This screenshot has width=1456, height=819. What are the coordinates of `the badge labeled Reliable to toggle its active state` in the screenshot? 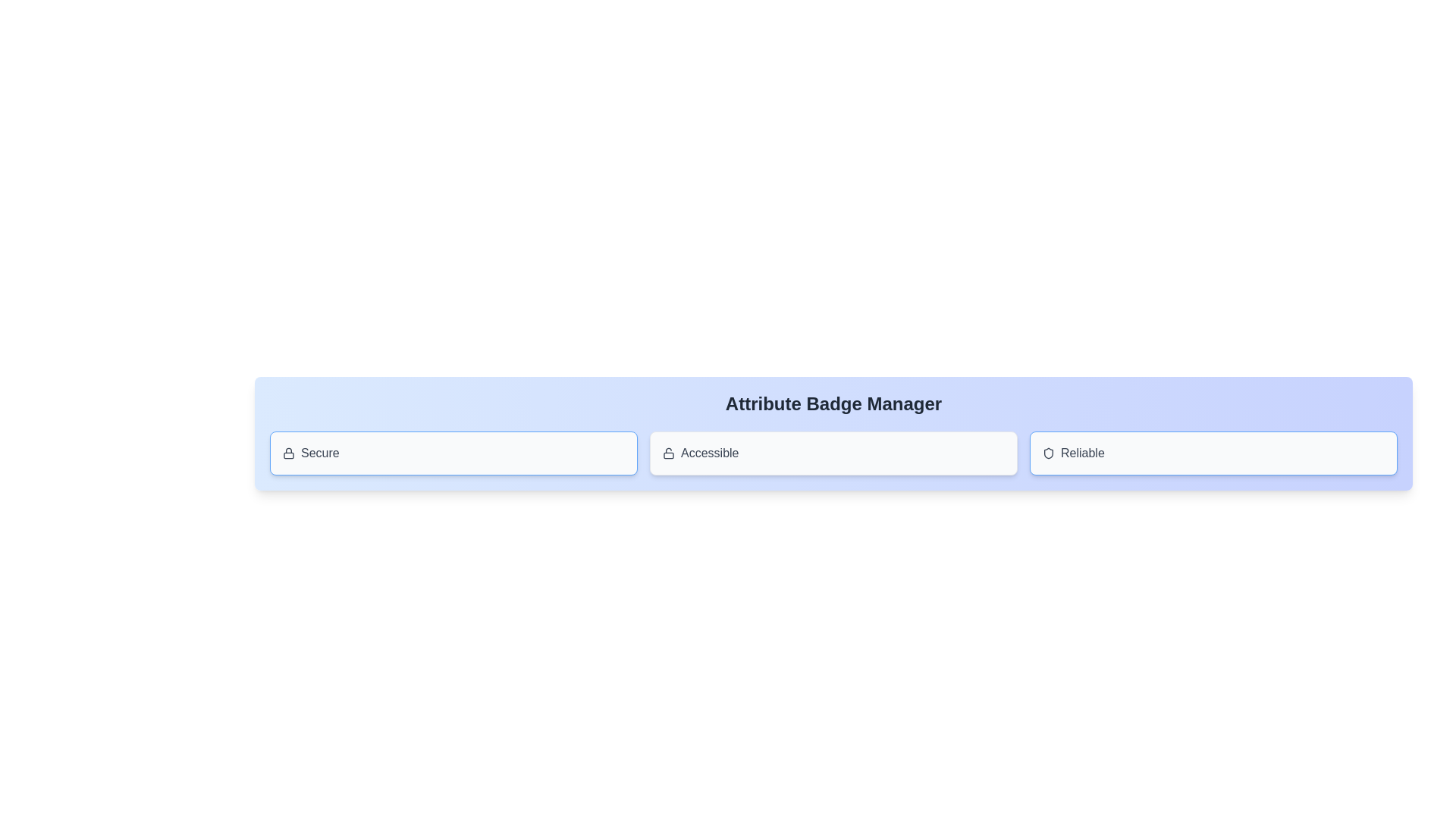 It's located at (1213, 452).